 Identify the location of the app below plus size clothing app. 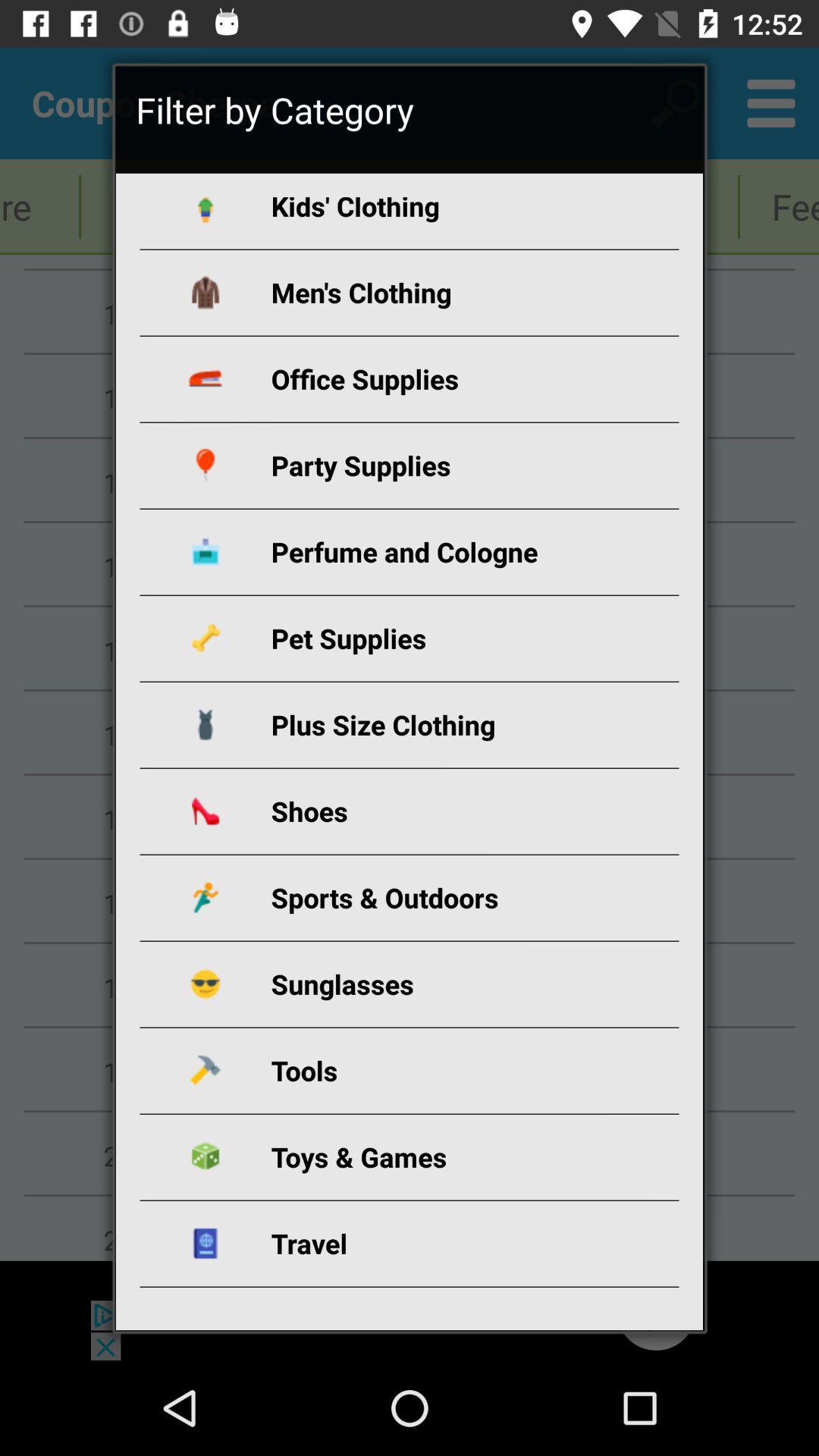
(427, 810).